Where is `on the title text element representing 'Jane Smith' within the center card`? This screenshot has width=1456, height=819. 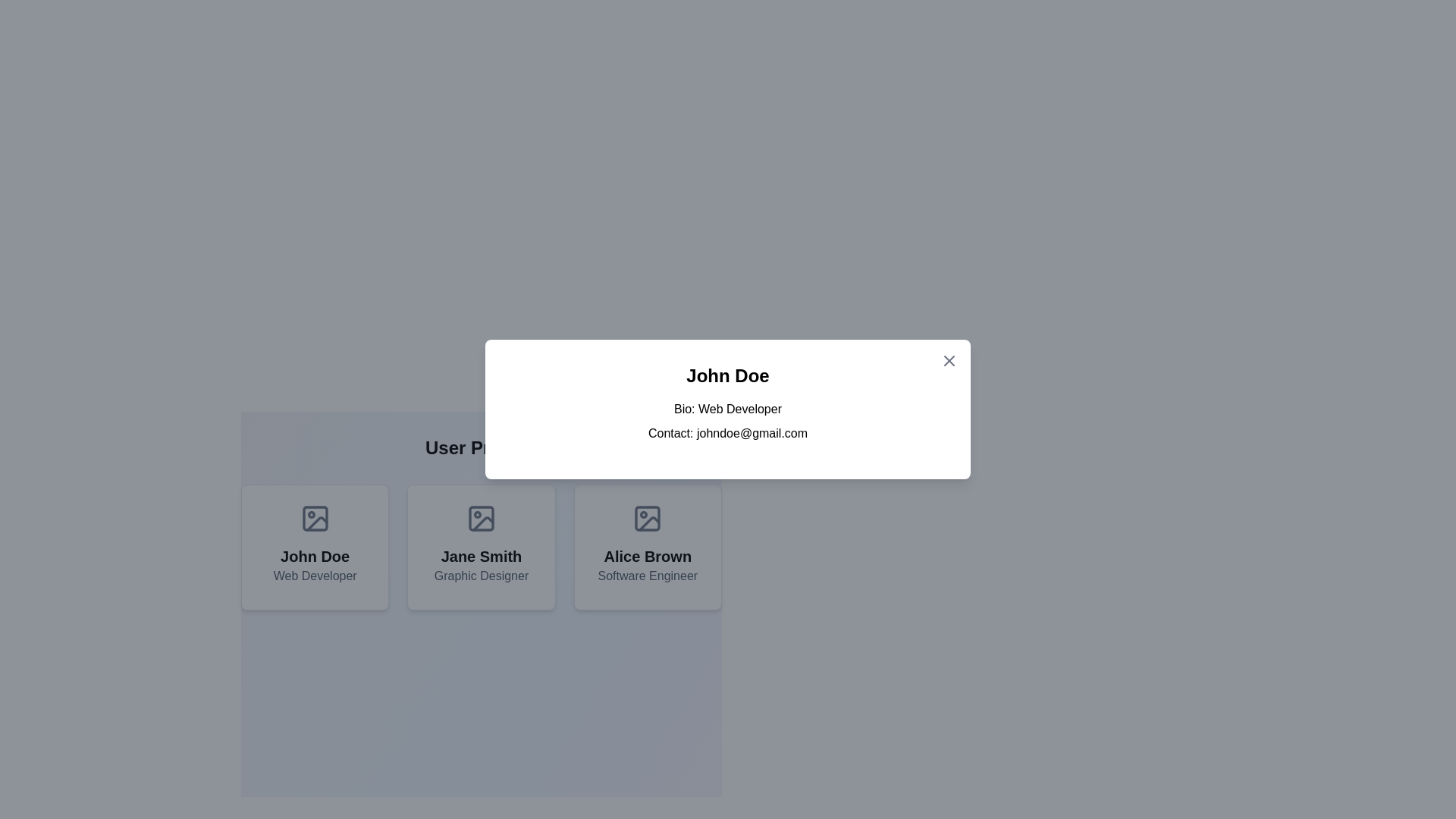 on the title text element representing 'Jane Smith' within the center card is located at coordinates (480, 556).